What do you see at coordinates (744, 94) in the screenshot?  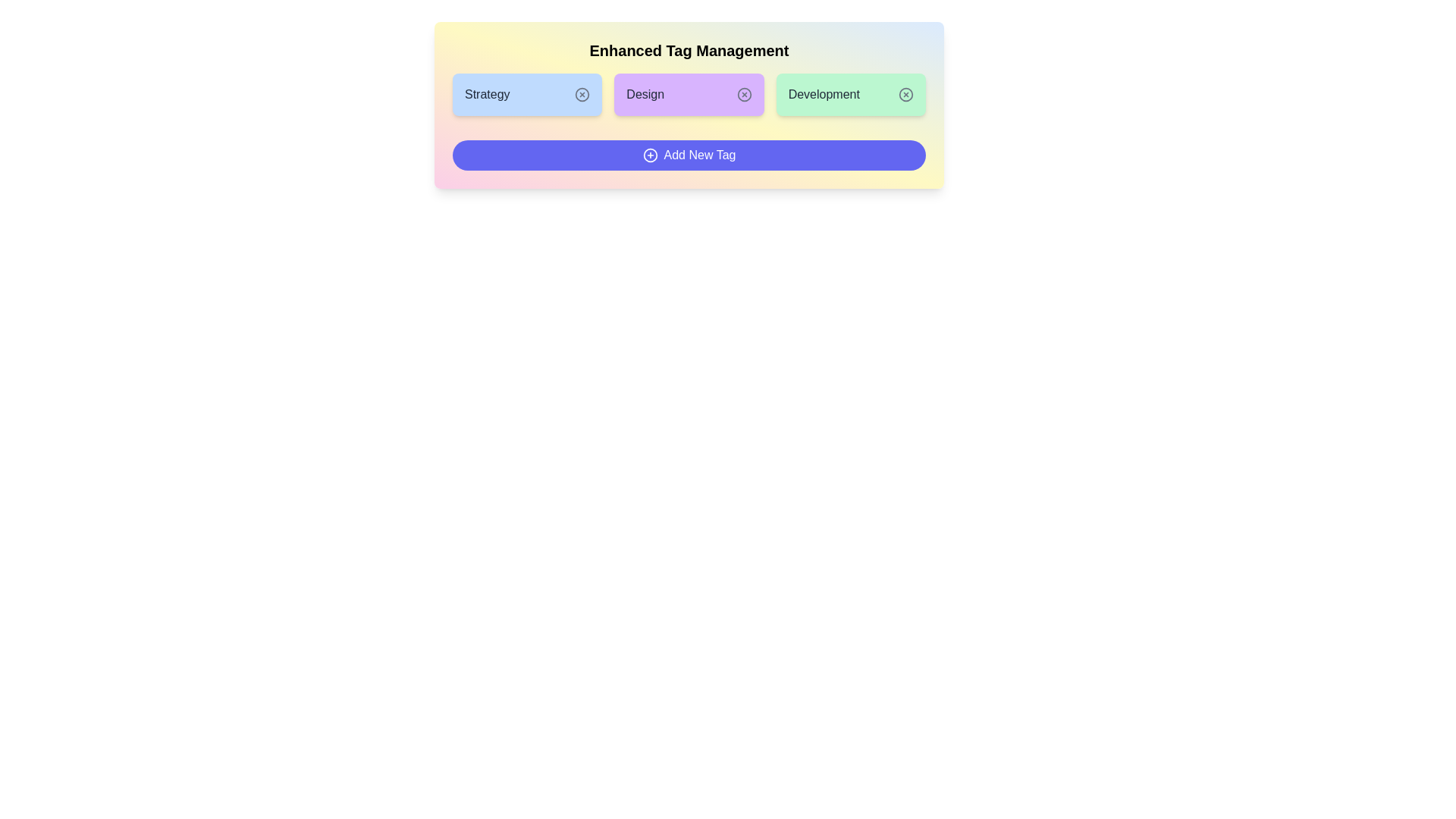 I see `the 'X' button of the tag labeled 'Design' to remove it` at bounding box center [744, 94].